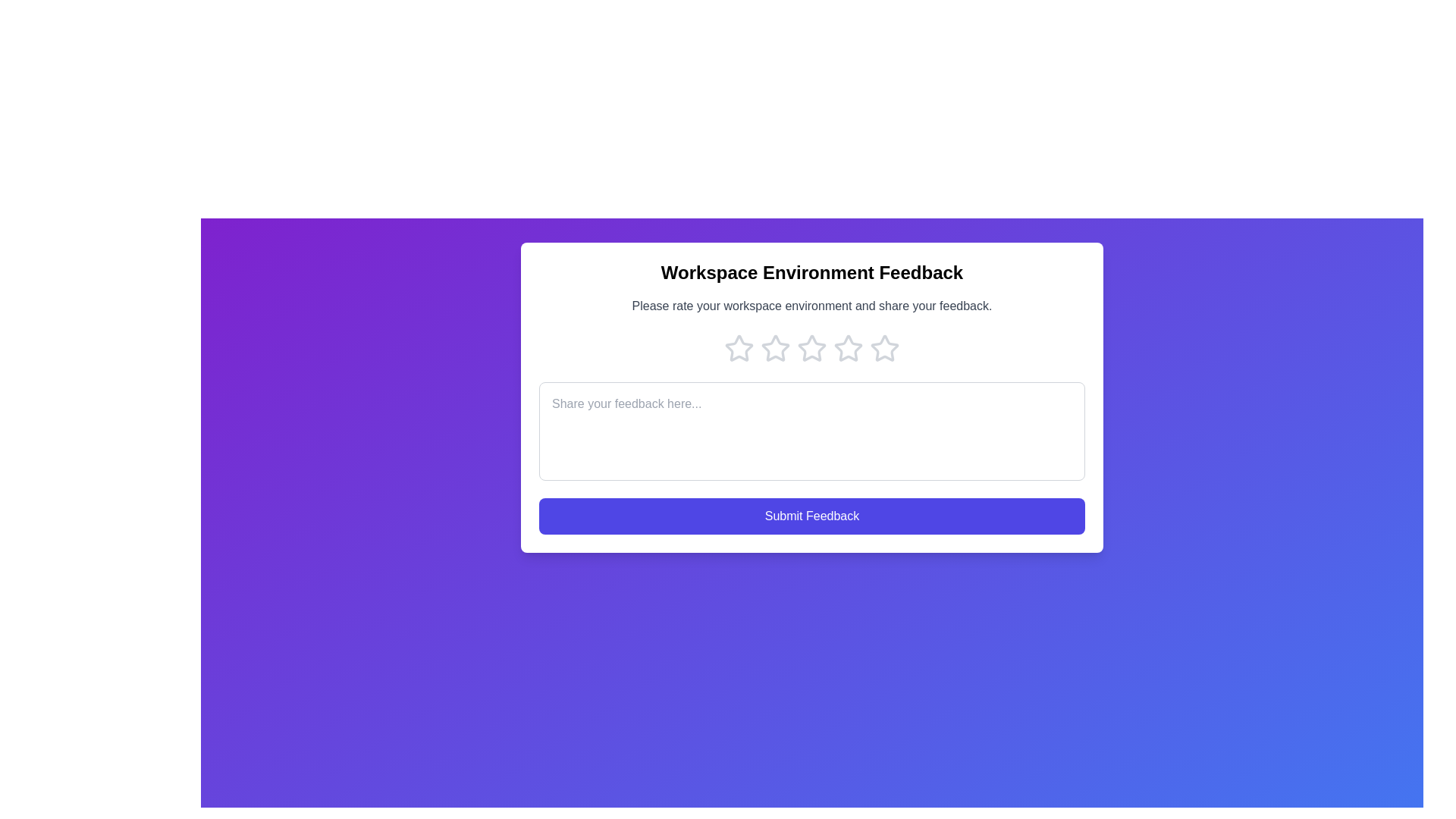  I want to click on the star corresponding to the rating 4, so click(847, 348).